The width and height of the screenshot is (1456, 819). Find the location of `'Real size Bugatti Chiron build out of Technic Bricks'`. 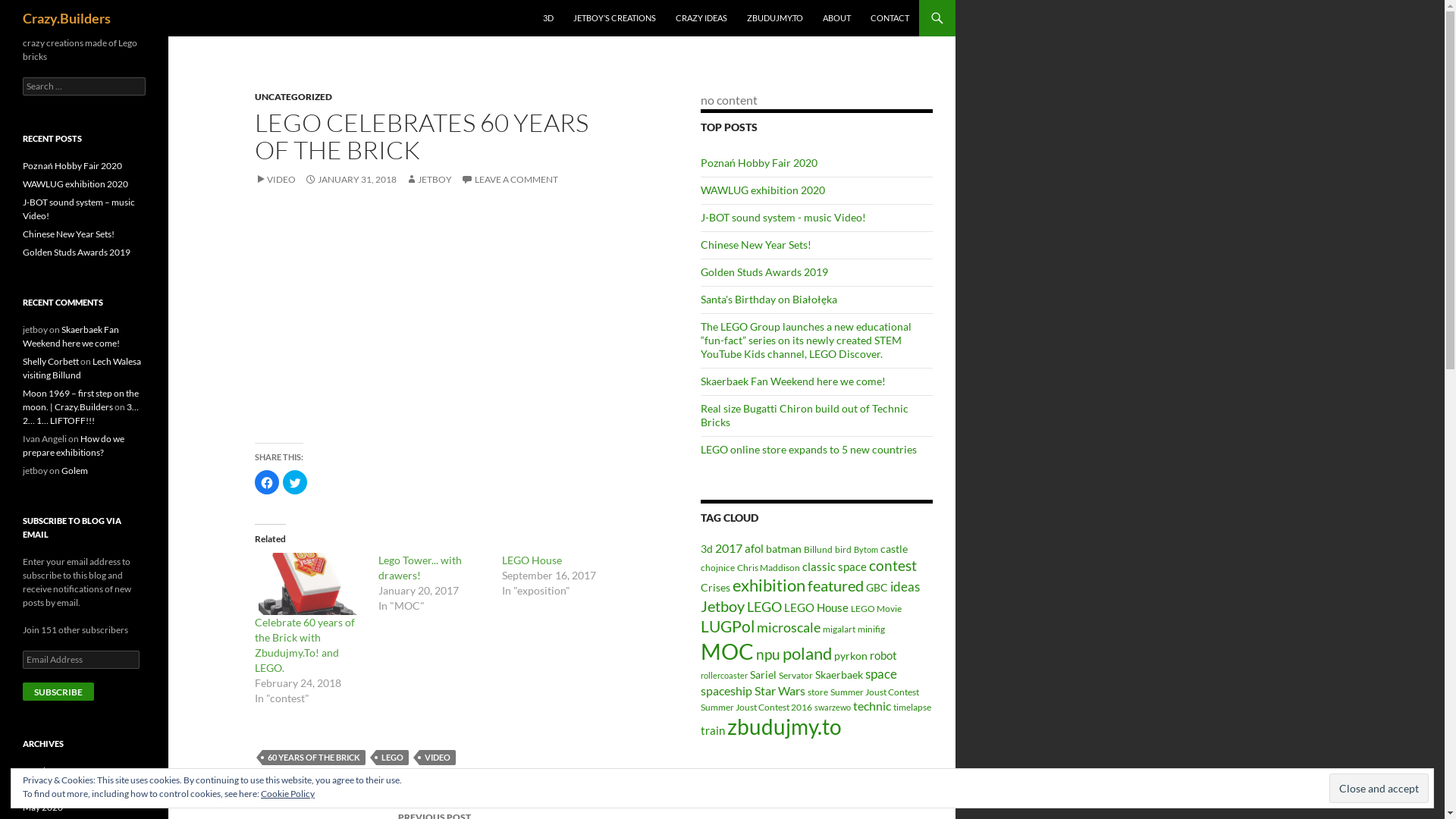

'Real size Bugatti Chiron build out of Technic Bricks' is located at coordinates (803, 415).